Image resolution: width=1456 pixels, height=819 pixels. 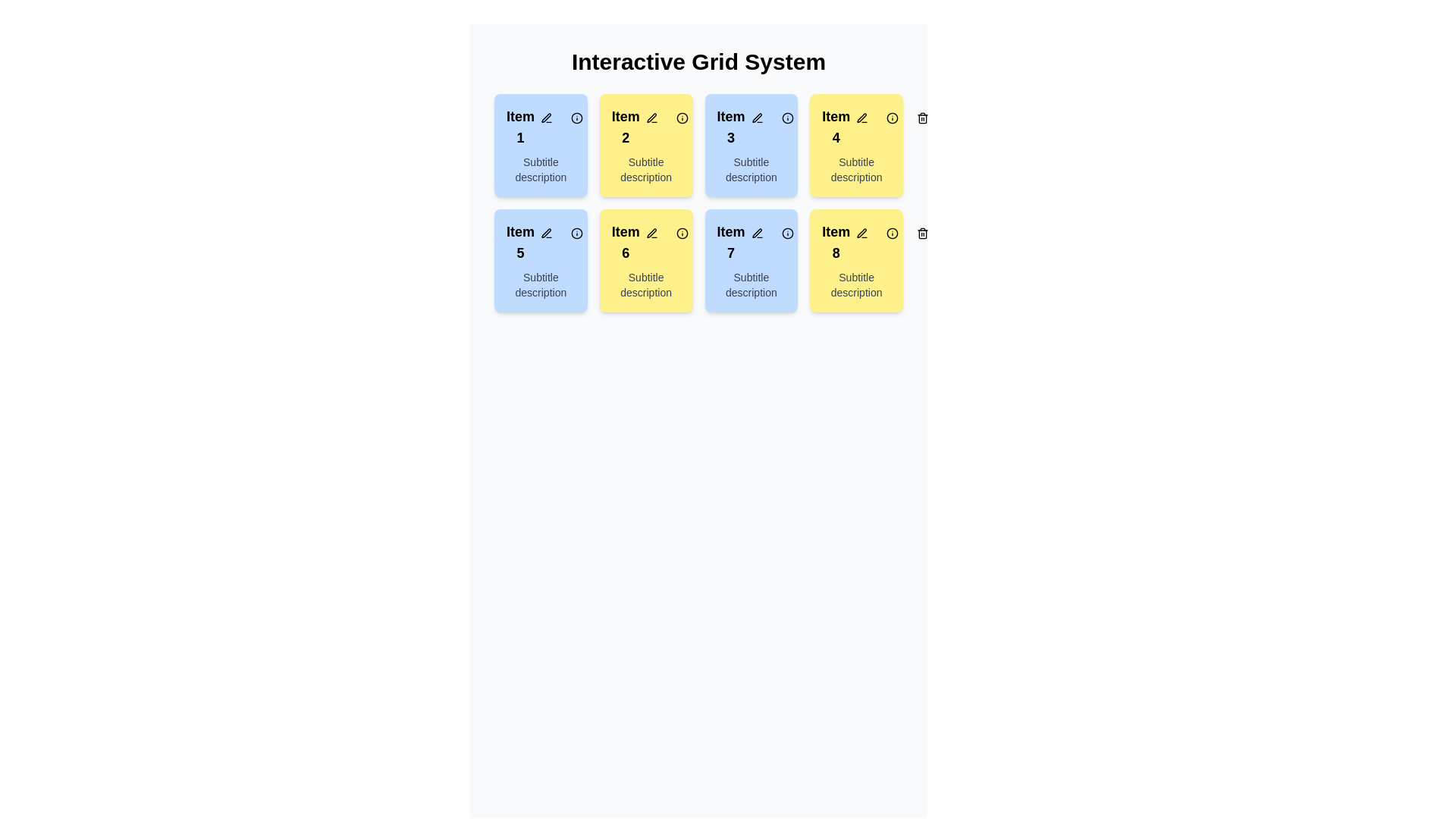 What do you see at coordinates (922, 234) in the screenshot?
I see `the delete button aligned with the fourth row of the grid` at bounding box center [922, 234].